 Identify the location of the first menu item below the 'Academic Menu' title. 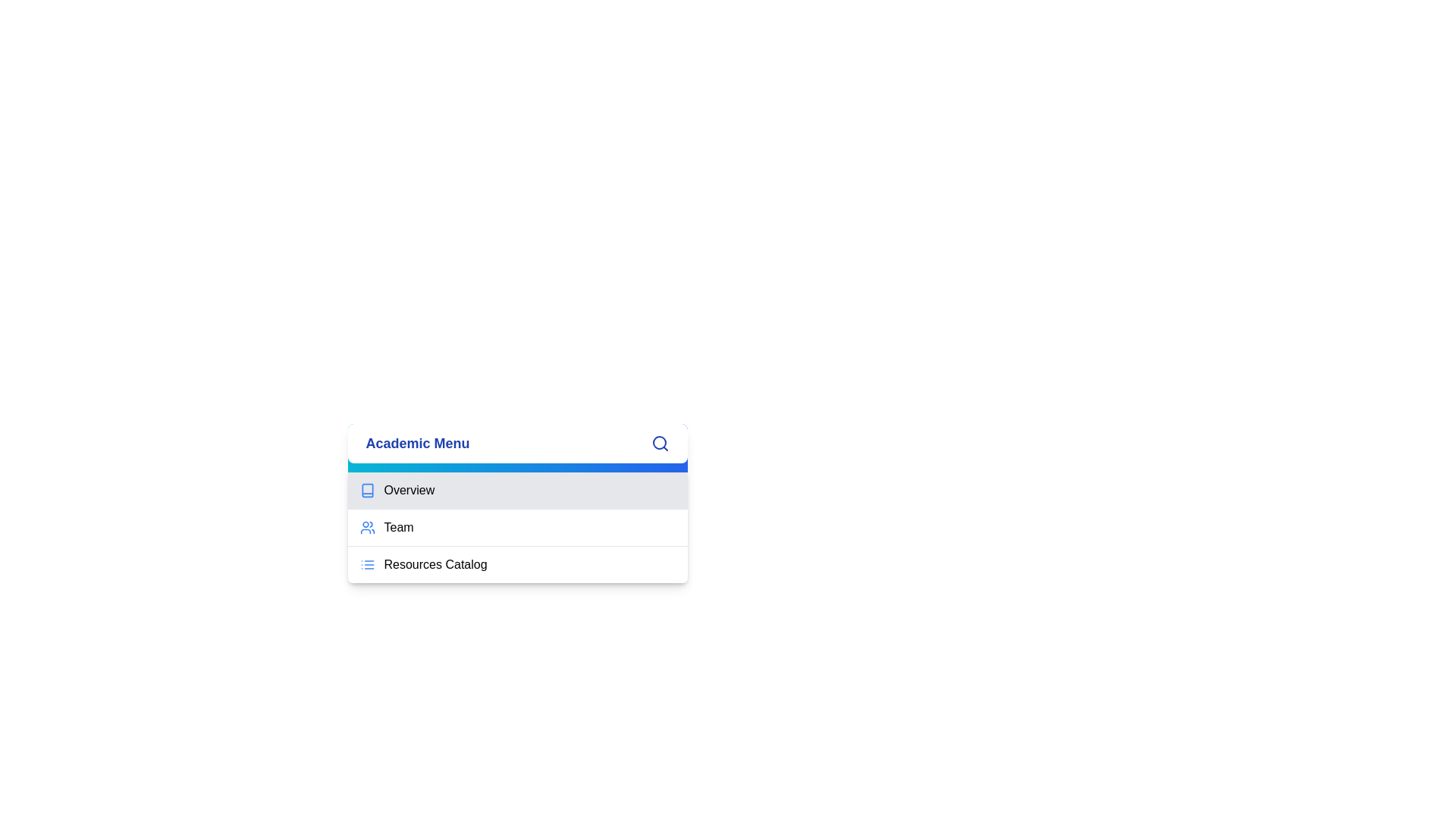
(517, 491).